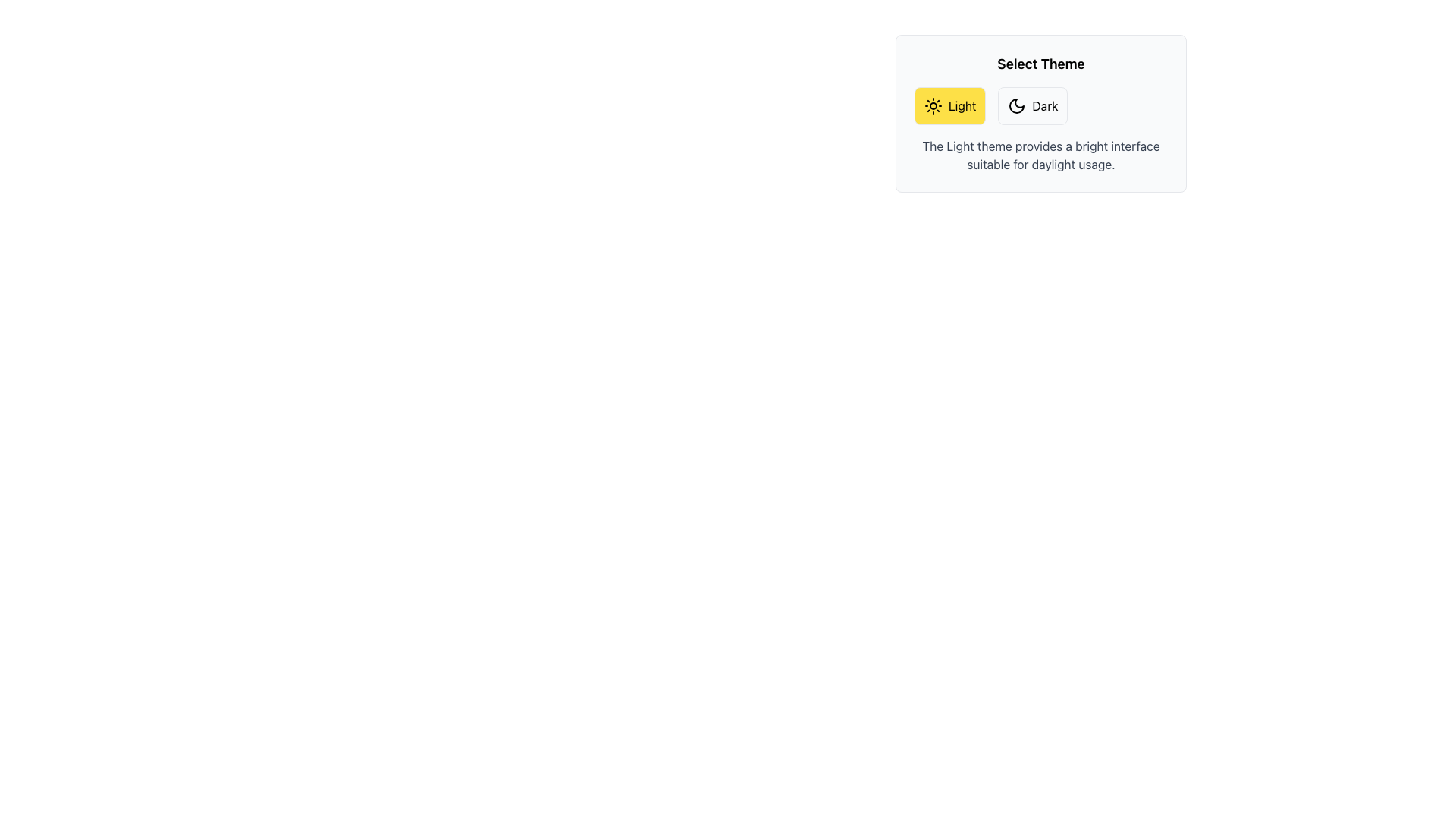 The width and height of the screenshot is (1456, 819). I want to click on text of the 'Light' label, which is a black sans-serif text on a yellow background, located next to a sun icon in the theme selection section, so click(962, 105).